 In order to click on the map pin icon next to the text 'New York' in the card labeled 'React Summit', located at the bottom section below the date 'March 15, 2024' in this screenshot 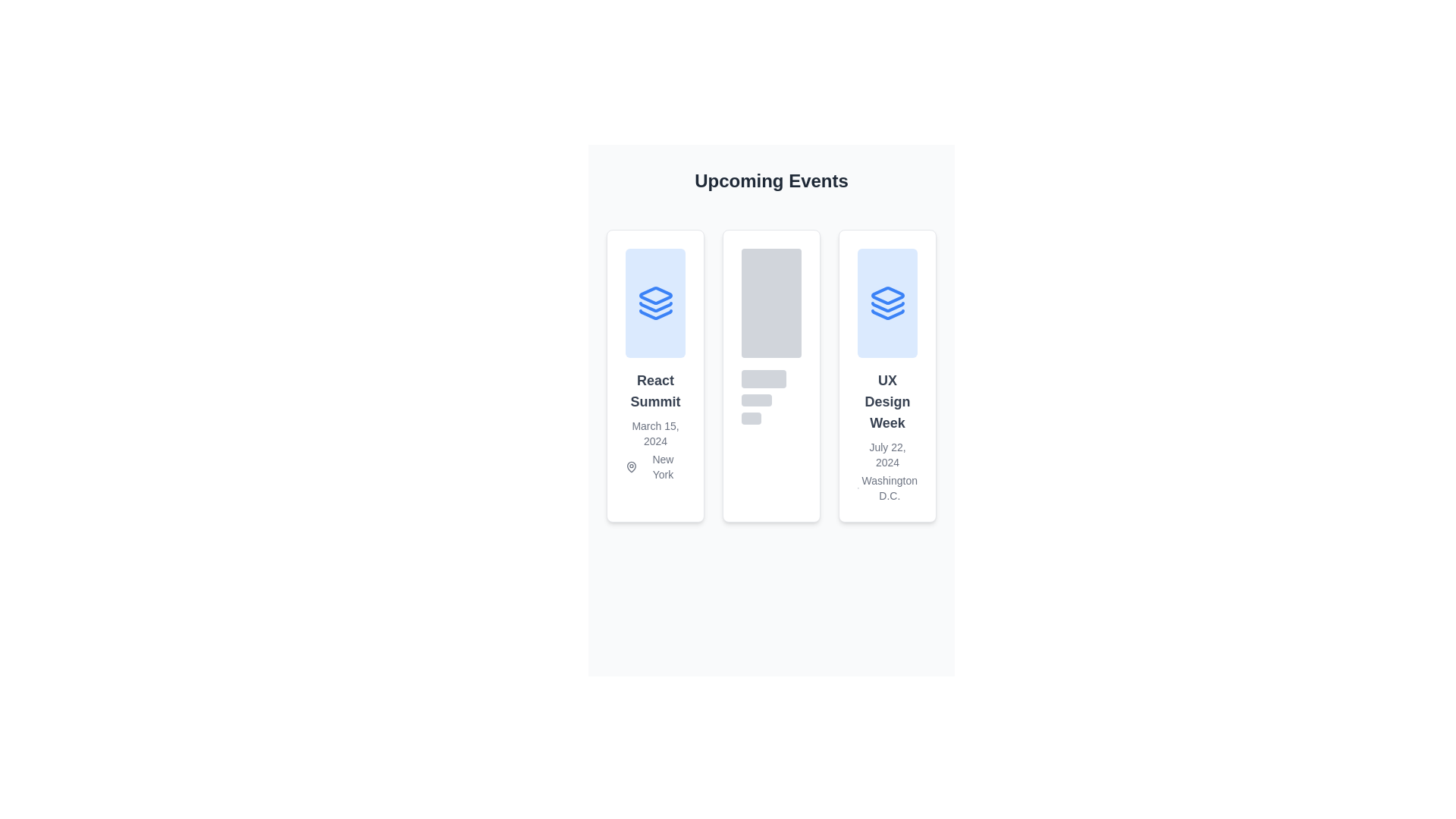, I will do `click(655, 466)`.